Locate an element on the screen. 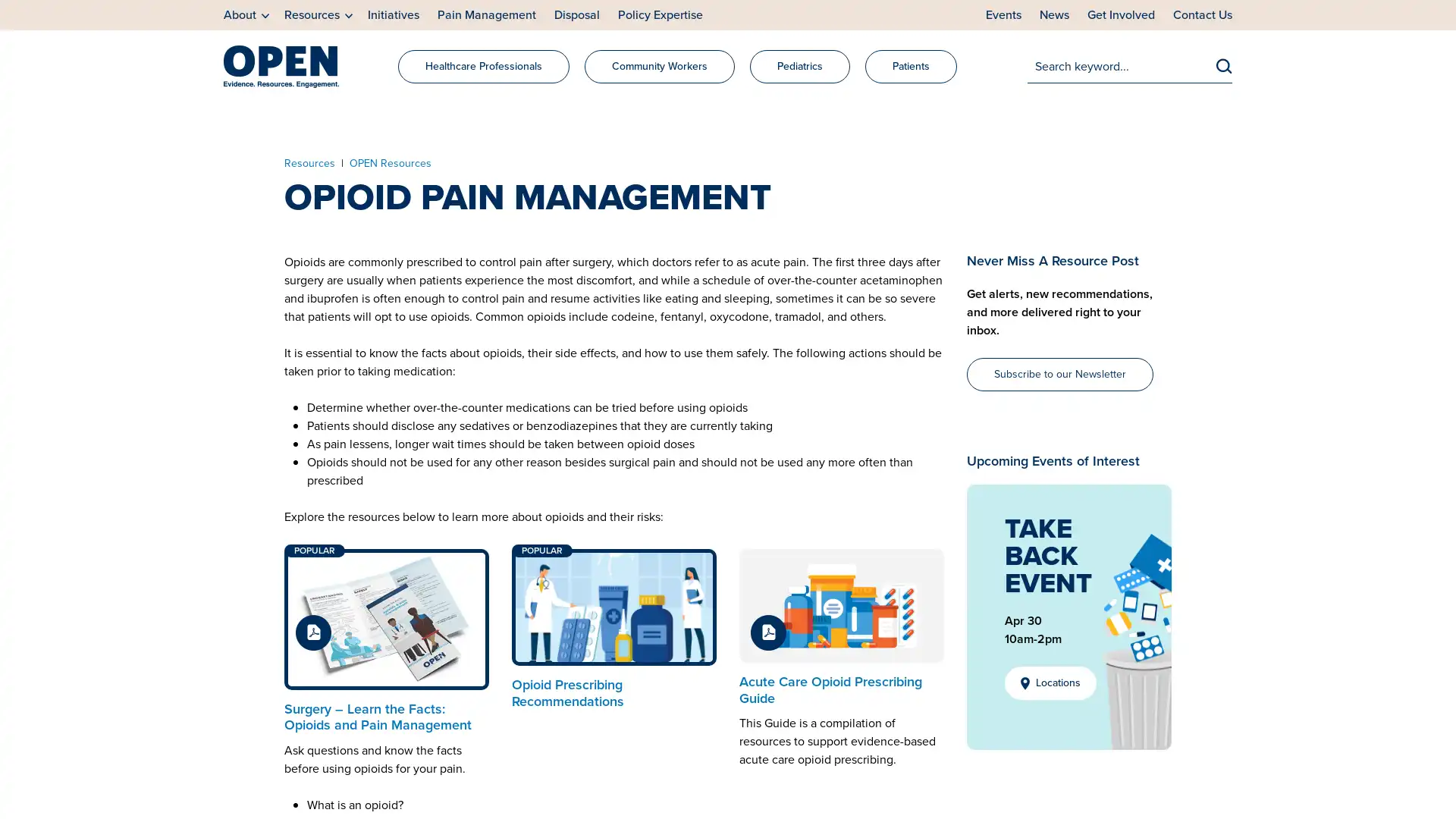  About is located at coordinates (246, 15).